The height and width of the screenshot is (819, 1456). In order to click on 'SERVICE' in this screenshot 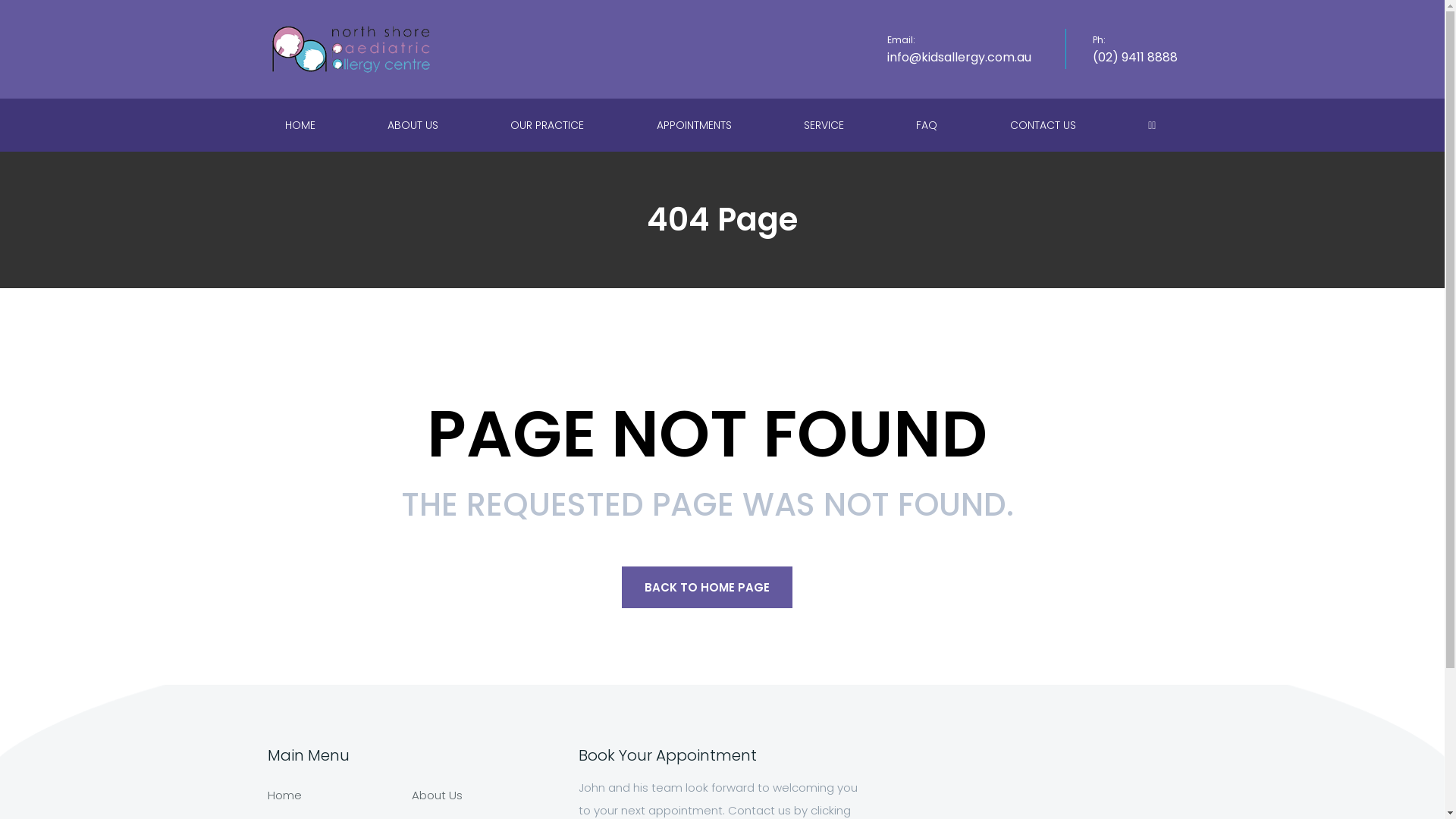, I will do `click(825, 124)`.